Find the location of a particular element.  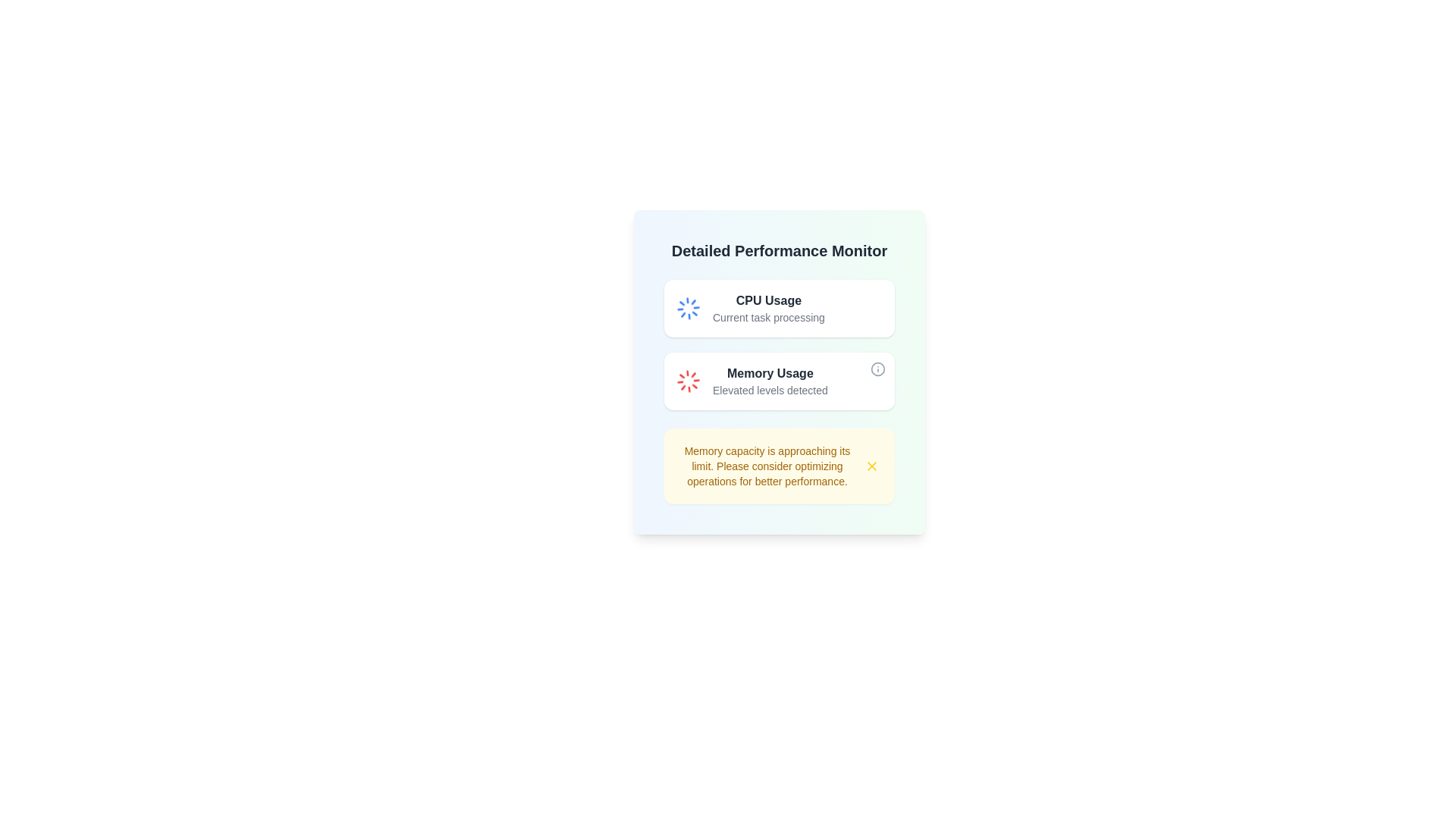

the text header labeled 'Detailed Performance Monitor', which is styled with a bold font and centered alignment, located at the top of the detailed performance monitor card is located at coordinates (779, 250).